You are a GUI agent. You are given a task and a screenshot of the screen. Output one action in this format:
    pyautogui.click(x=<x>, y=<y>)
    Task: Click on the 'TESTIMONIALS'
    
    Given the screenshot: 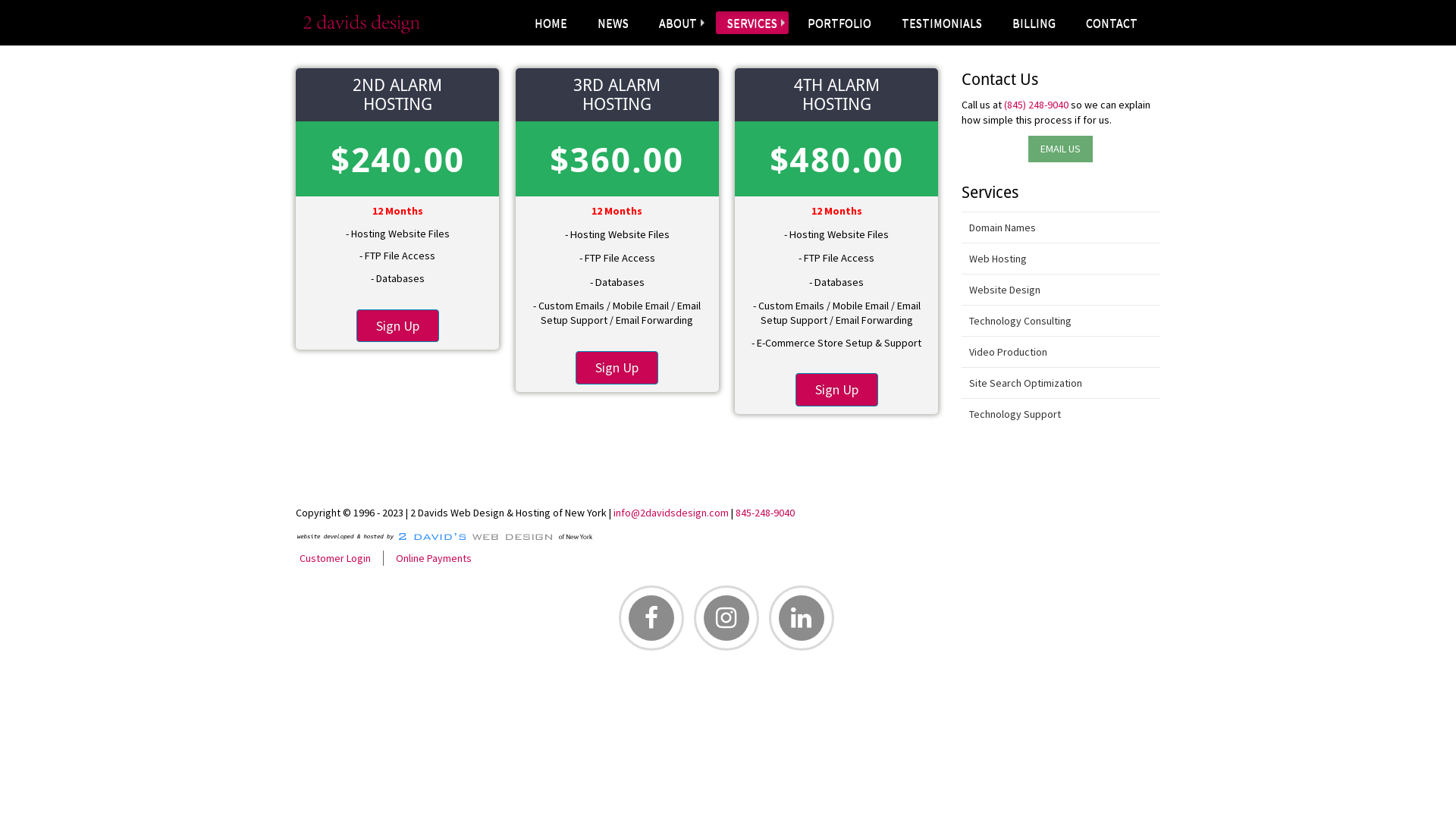 What is the action you would take?
    pyautogui.click(x=941, y=23)
    